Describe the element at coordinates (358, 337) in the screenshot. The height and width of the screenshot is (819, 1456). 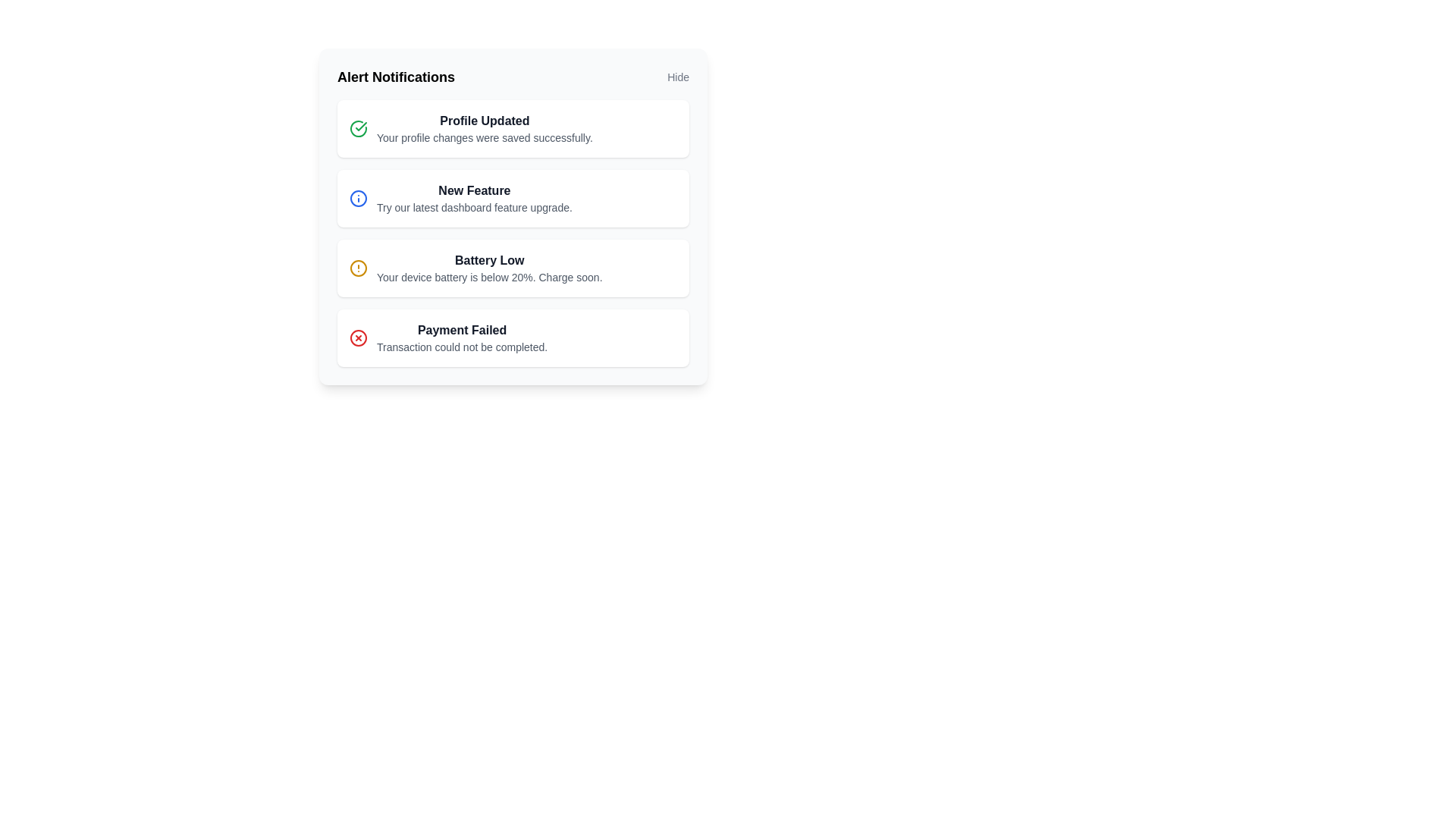
I see `the icon indicating a failed status associated with the 'Payment Failed' notification message, located in the bottommost row of the notification card group, immediately to the left of the bold text 'Payment Failed'` at that location.